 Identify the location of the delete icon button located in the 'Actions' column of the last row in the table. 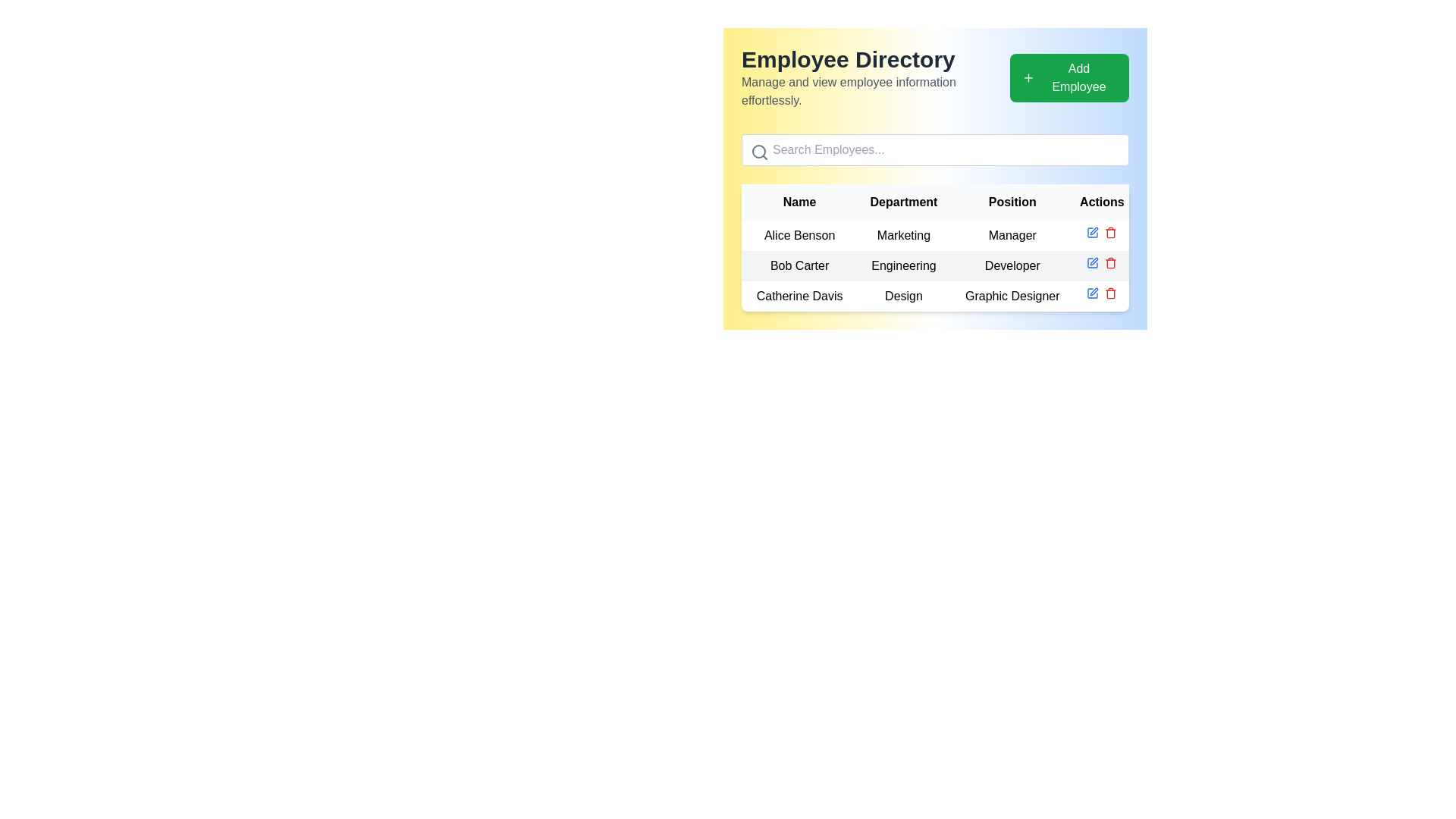
(1111, 233).